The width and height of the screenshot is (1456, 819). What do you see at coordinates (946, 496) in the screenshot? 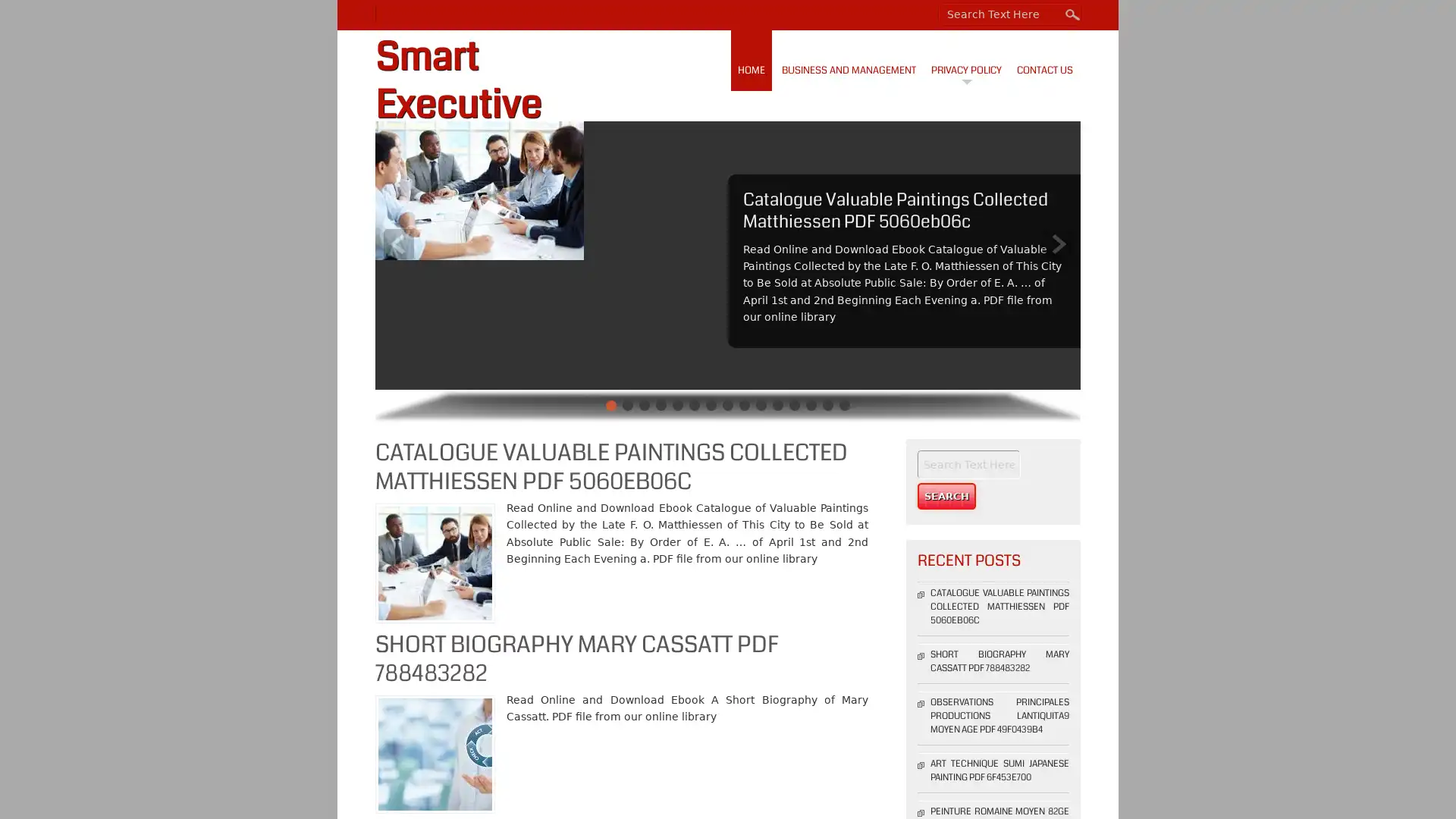
I see `Search` at bounding box center [946, 496].